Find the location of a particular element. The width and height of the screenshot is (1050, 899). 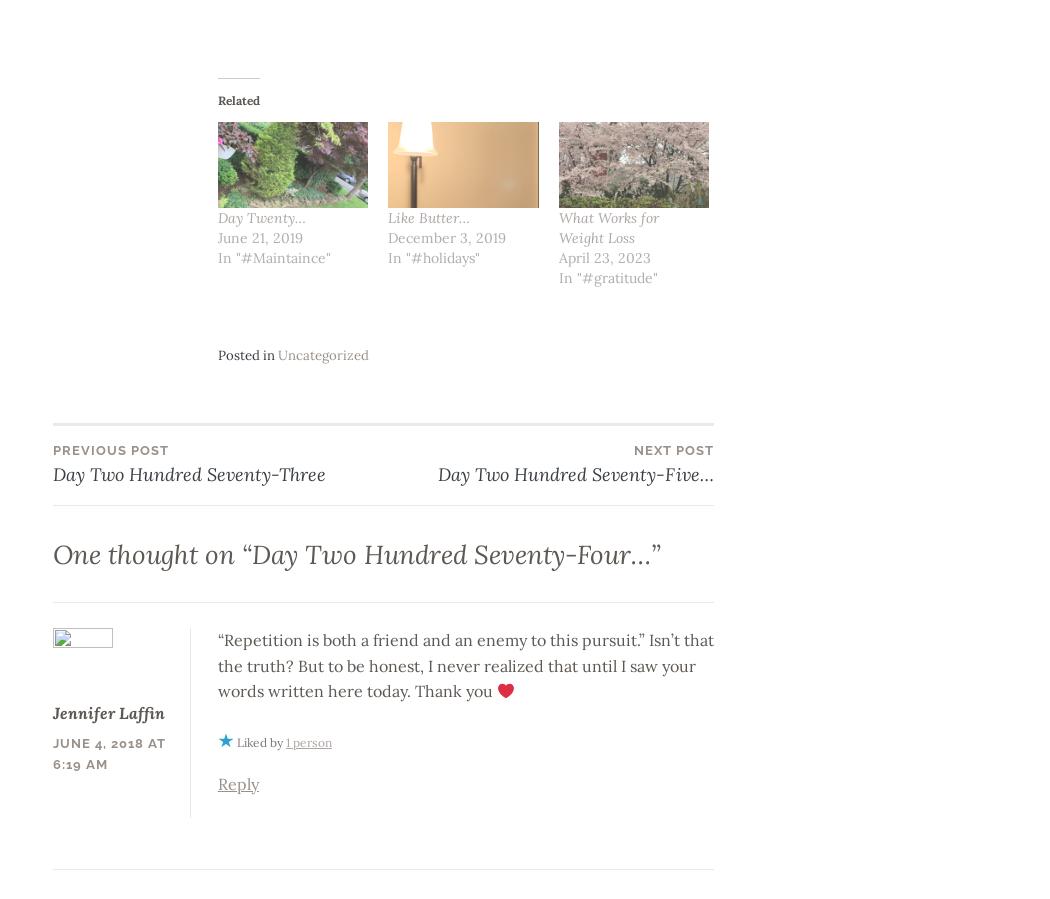

'Posted in' is located at coordinates (246, 354).